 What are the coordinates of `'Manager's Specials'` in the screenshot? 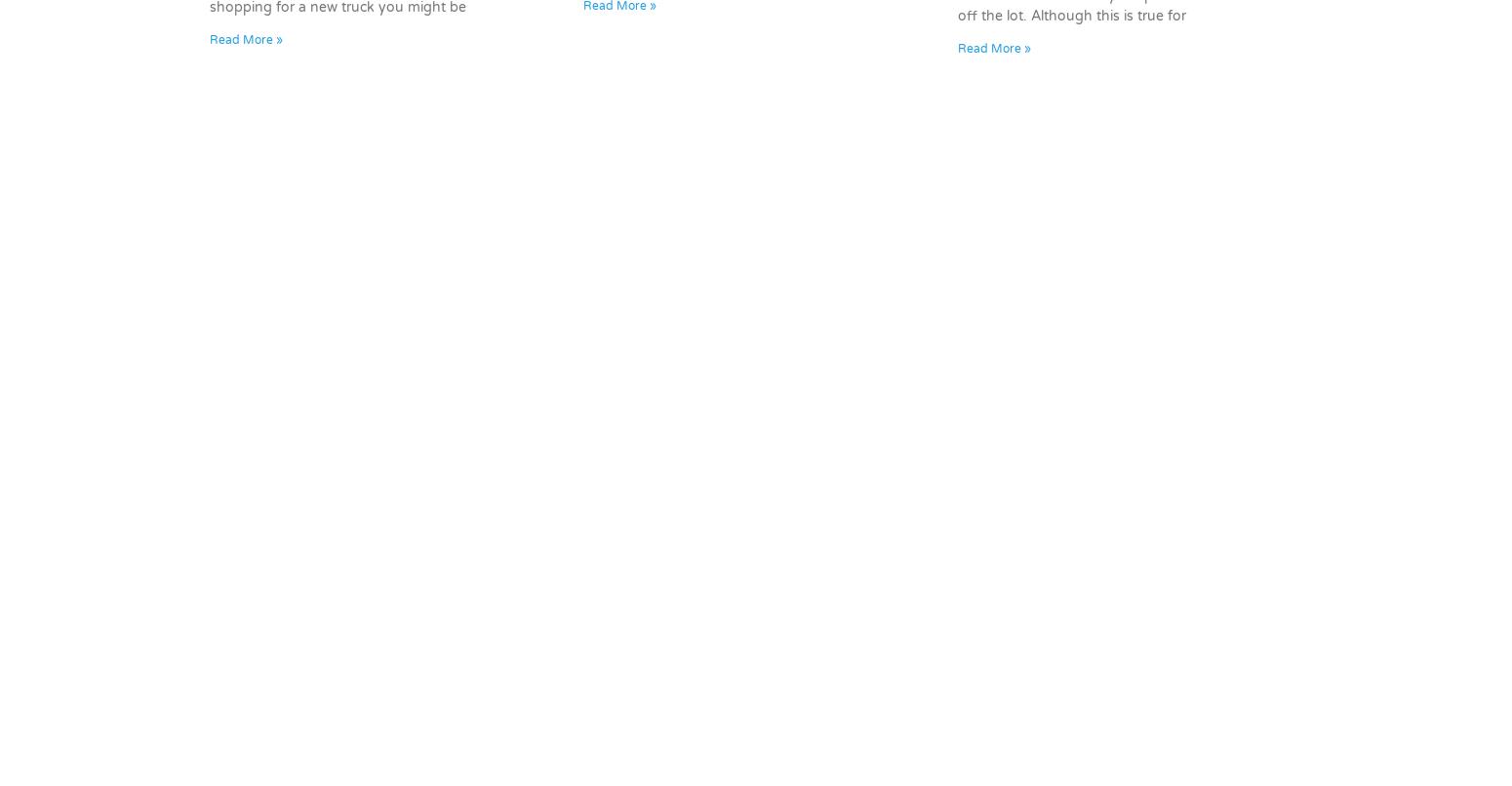 It's located at (374, 595).